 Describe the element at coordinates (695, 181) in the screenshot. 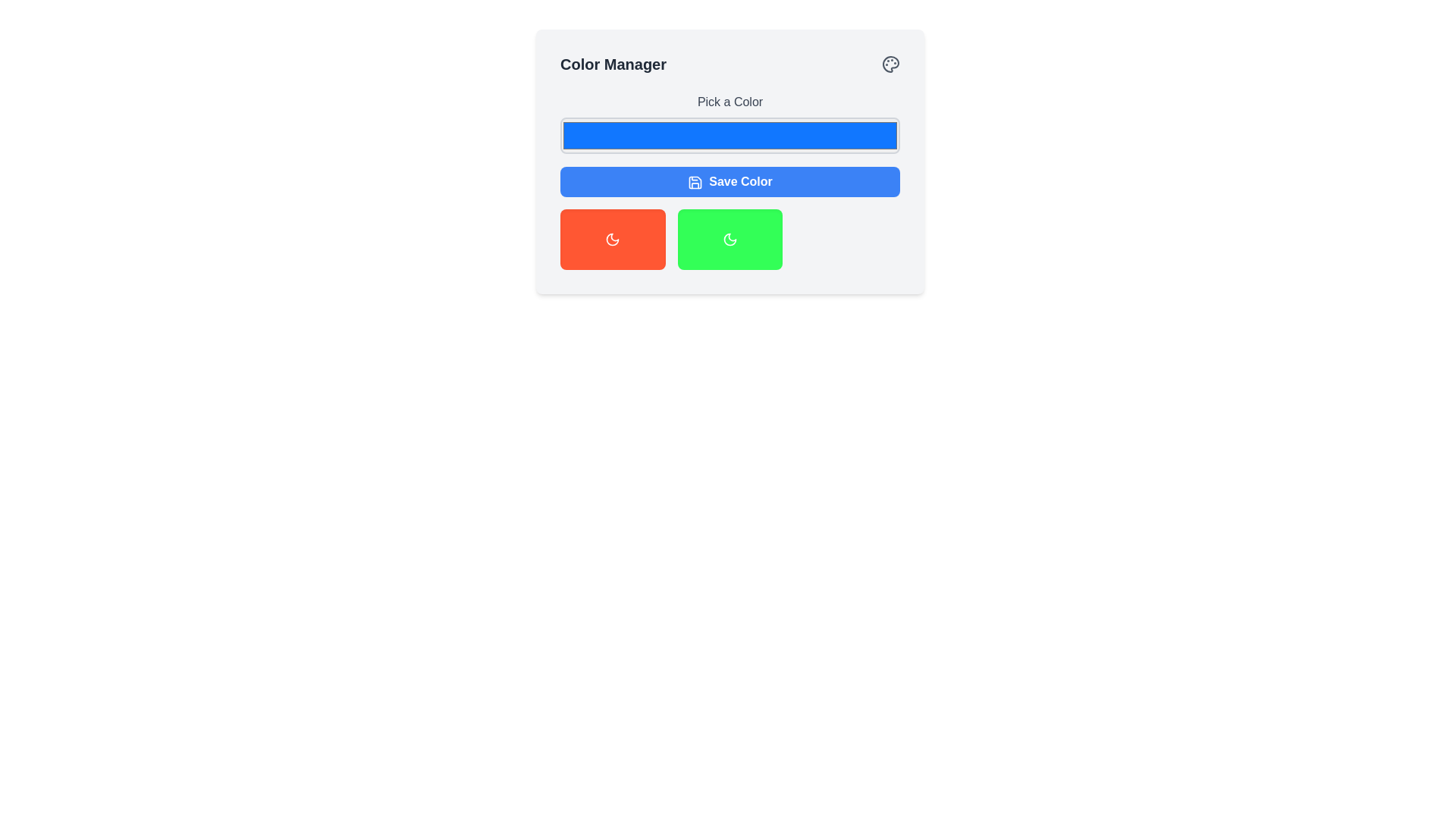

I see `the floppy disk icon within the blue 'Save Color' button` at that location.